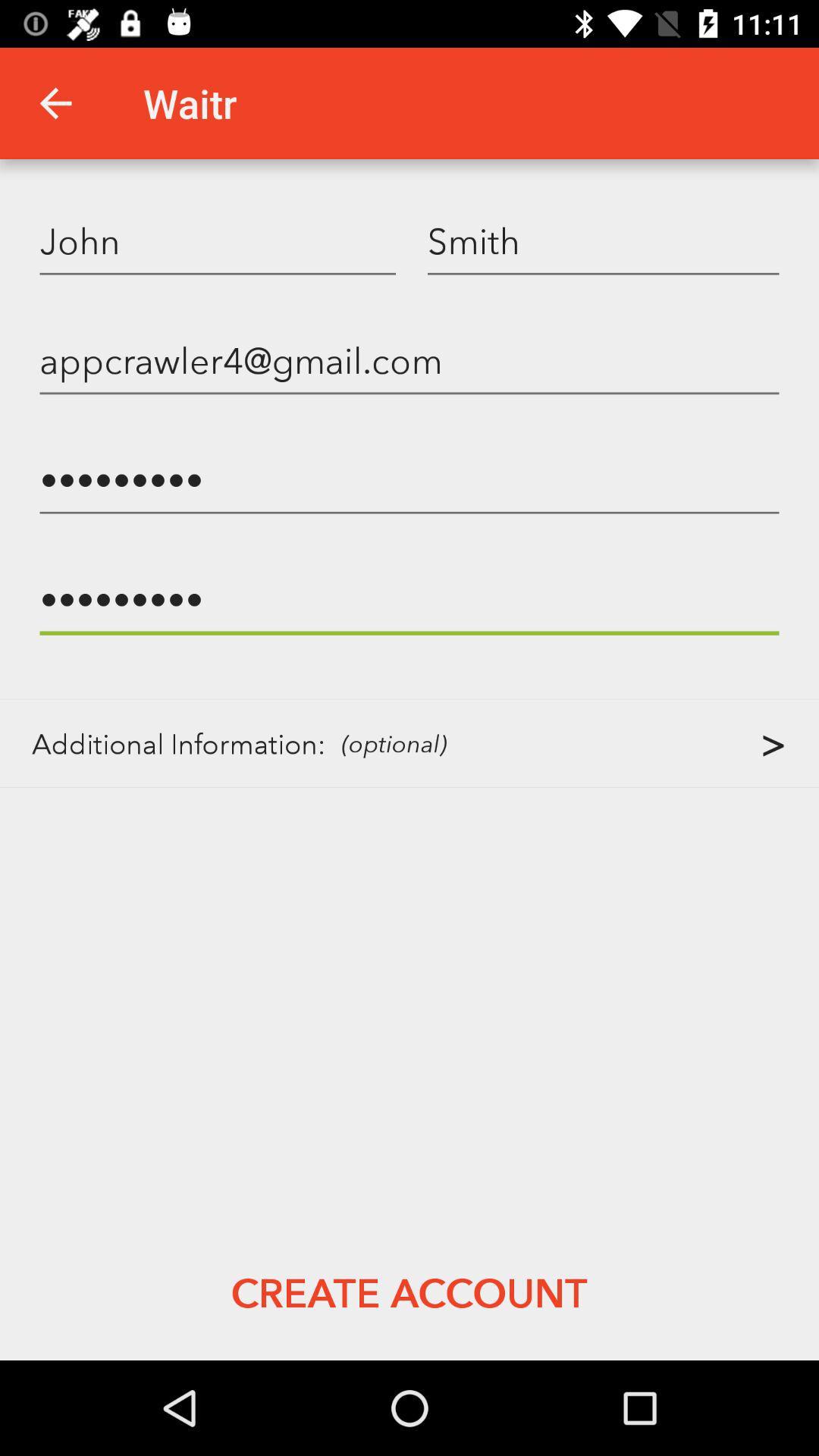 The width and height of the screenshot is (819, 1456). Describe the element at coordinates (218, 240) in the screenshot. I see `john` at that location.